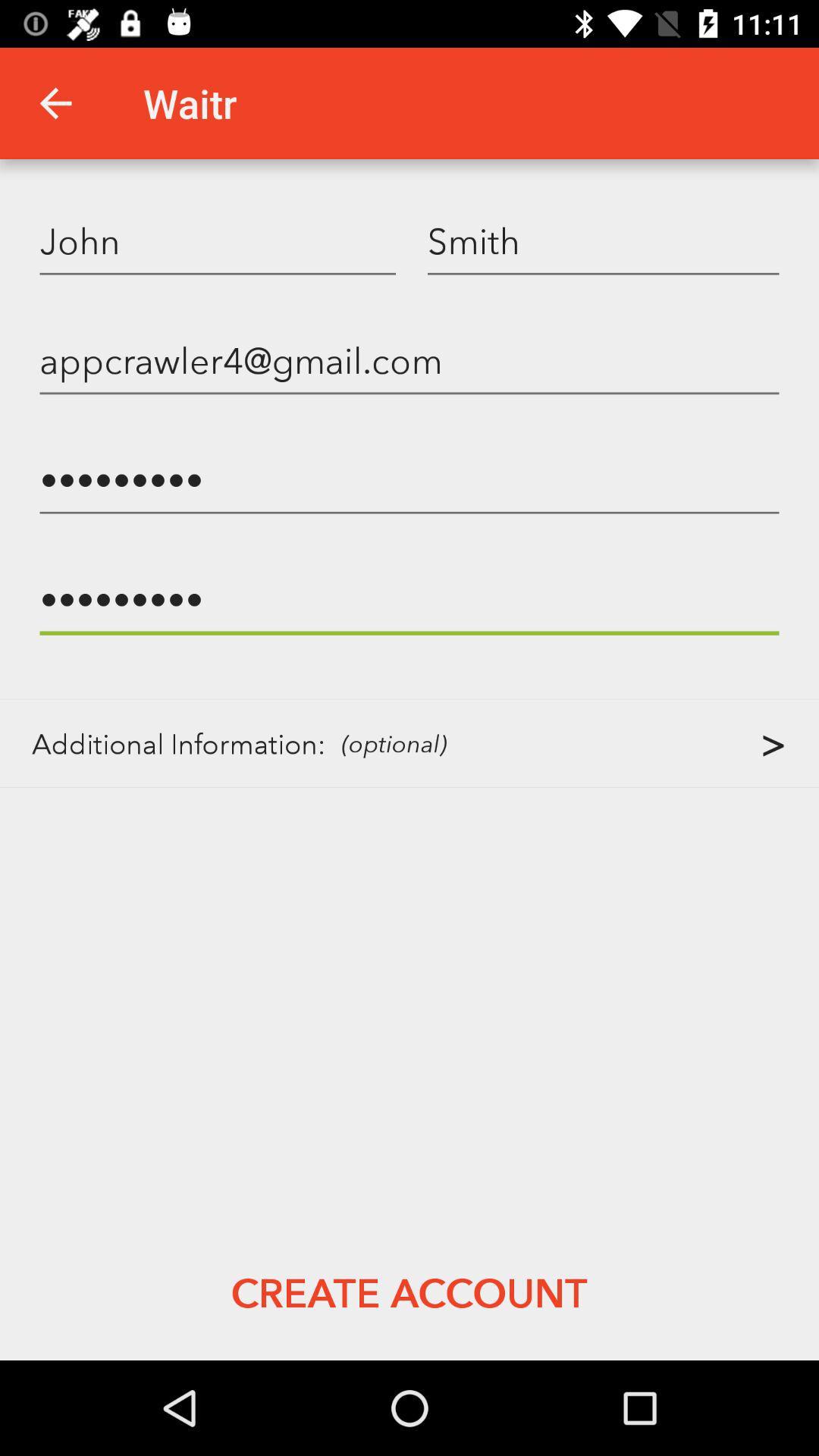 The width and height of the screenshot is (819, 1456). Describe the element at coordinates (218, 240) in the screenshot. I see `john` at that location.